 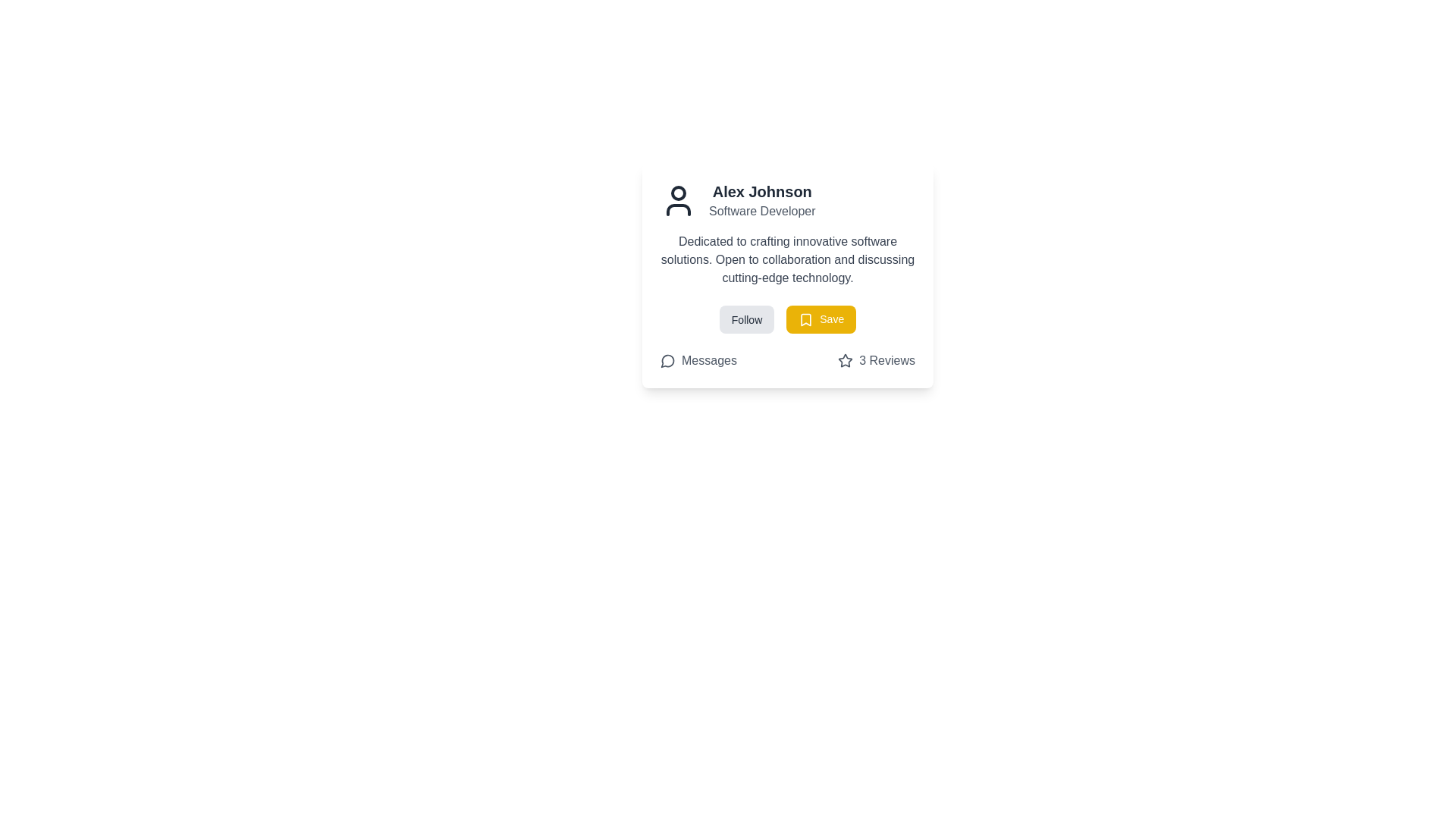 What do you see at coordinates (887, 361) in the screenshot?
I see `text label displaying '3 Reviews.' which is styled with a gray font and positioned next to a star icon in the bottom-right section of the profile card layout` at bounding box center [887, 361].